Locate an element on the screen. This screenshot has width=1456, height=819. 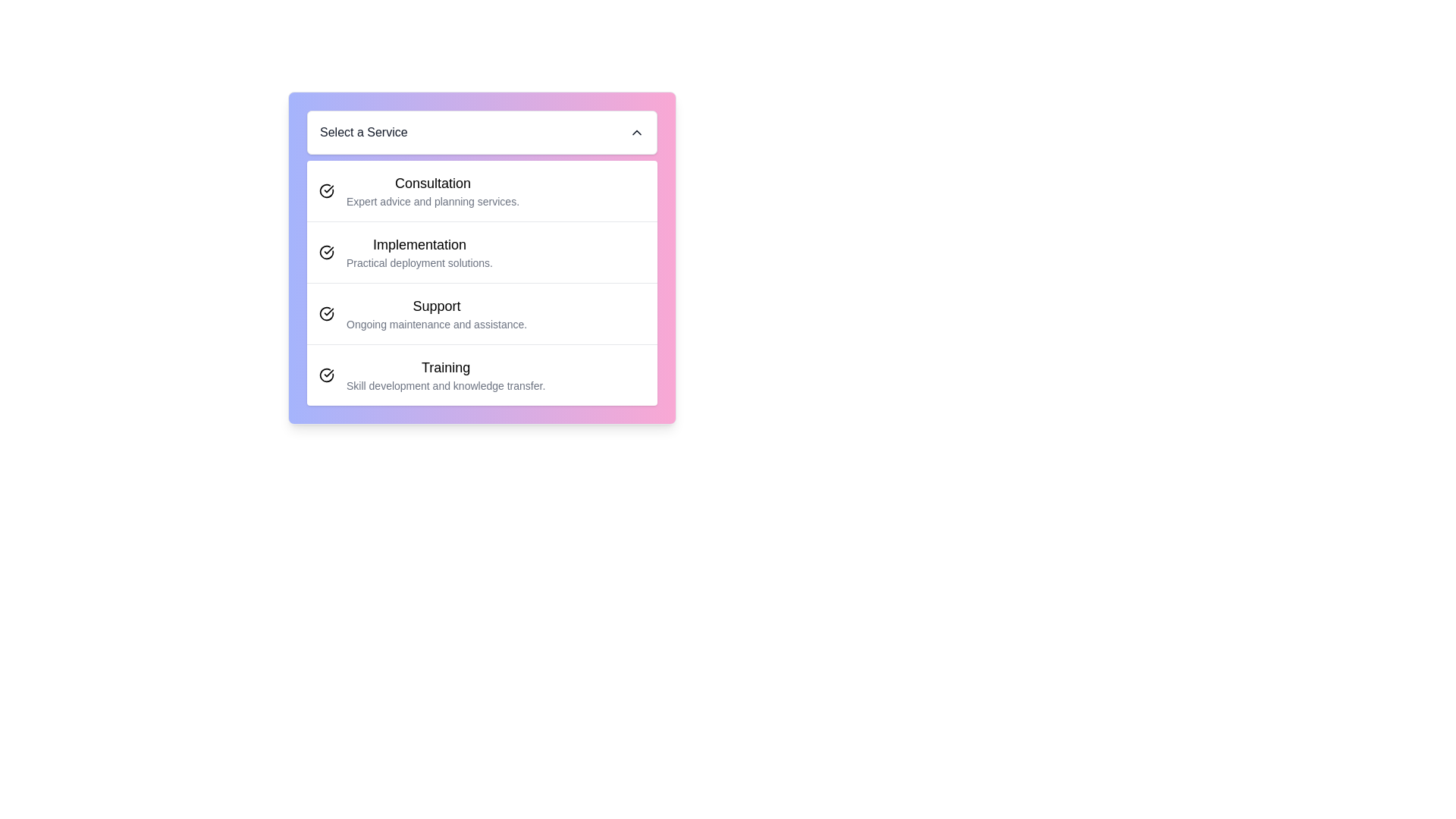
the Chevron icon located at the far right of the 'Select a Service' dropdown menu is located at coordinates (637, 131).